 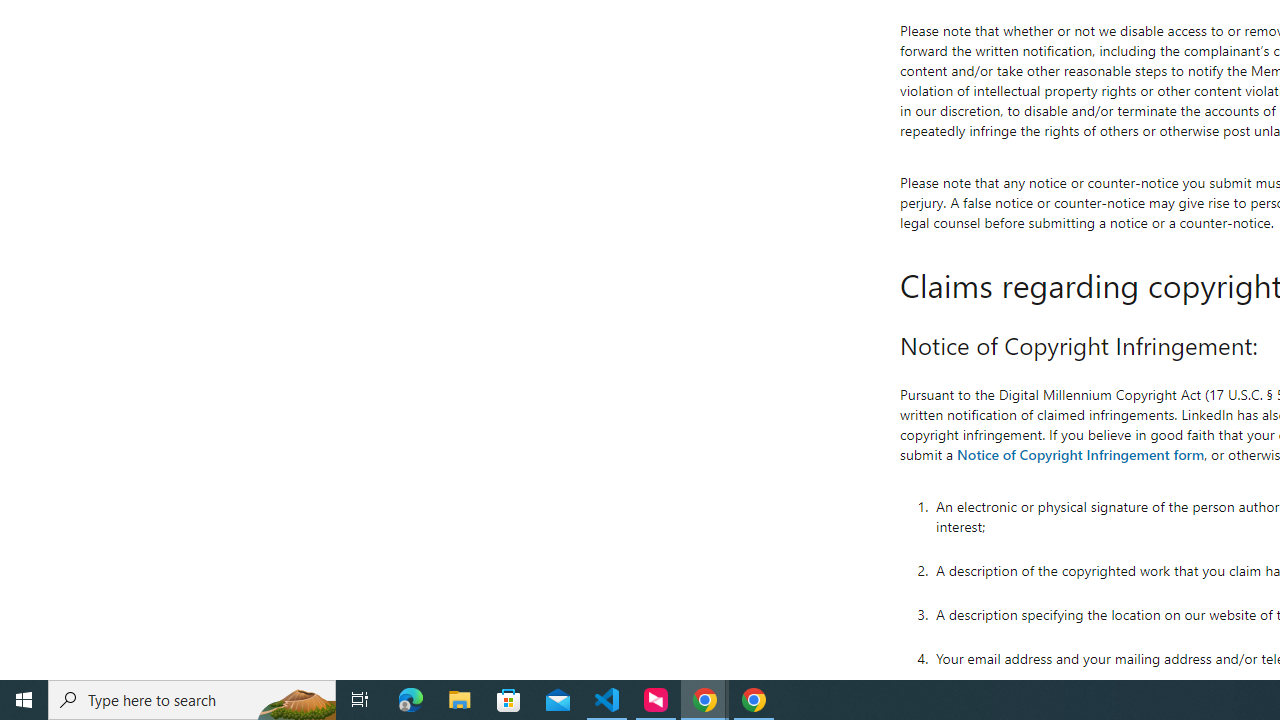 I want to click on 'Notice of Copyright Infringement form', so click(x=1079, y=453).